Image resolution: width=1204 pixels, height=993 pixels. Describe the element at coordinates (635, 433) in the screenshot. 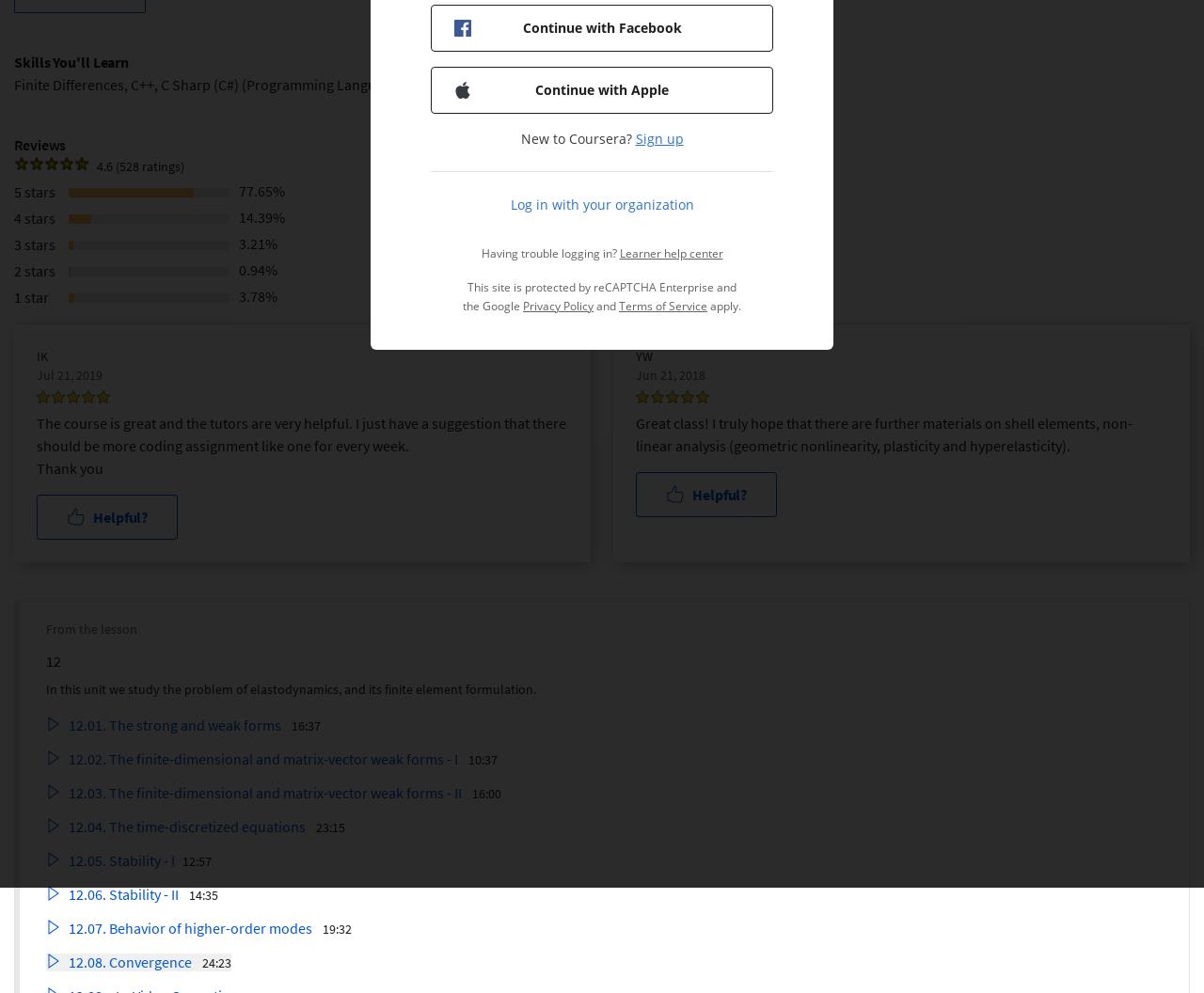

I see `'Great class! I truly hope that there are further materials on shell elements, non-linear analysis (geometric nonlinearity, plasticity and hyperelasticity).'` at that location.